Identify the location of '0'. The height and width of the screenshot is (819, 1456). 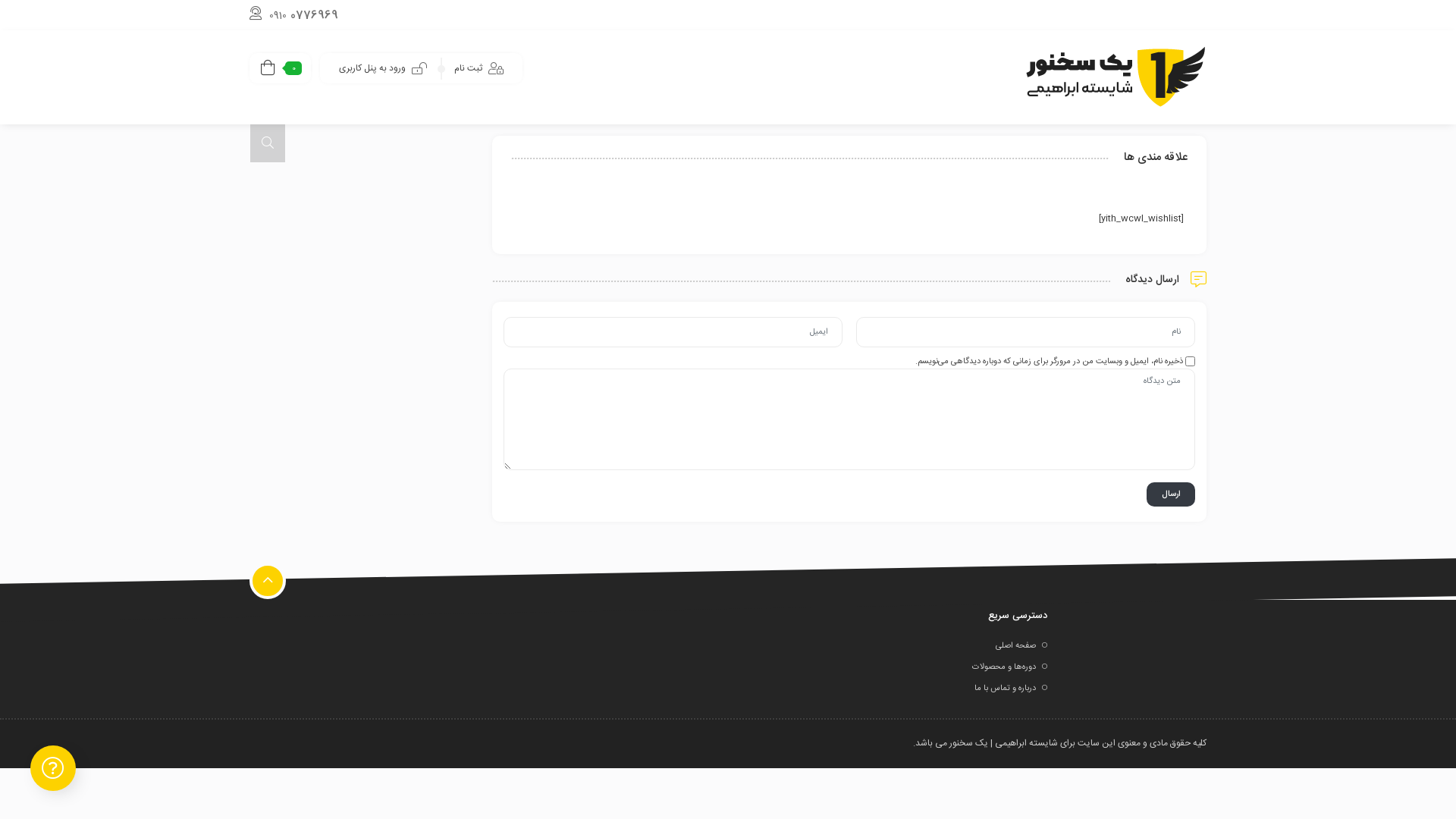
(280, 67).